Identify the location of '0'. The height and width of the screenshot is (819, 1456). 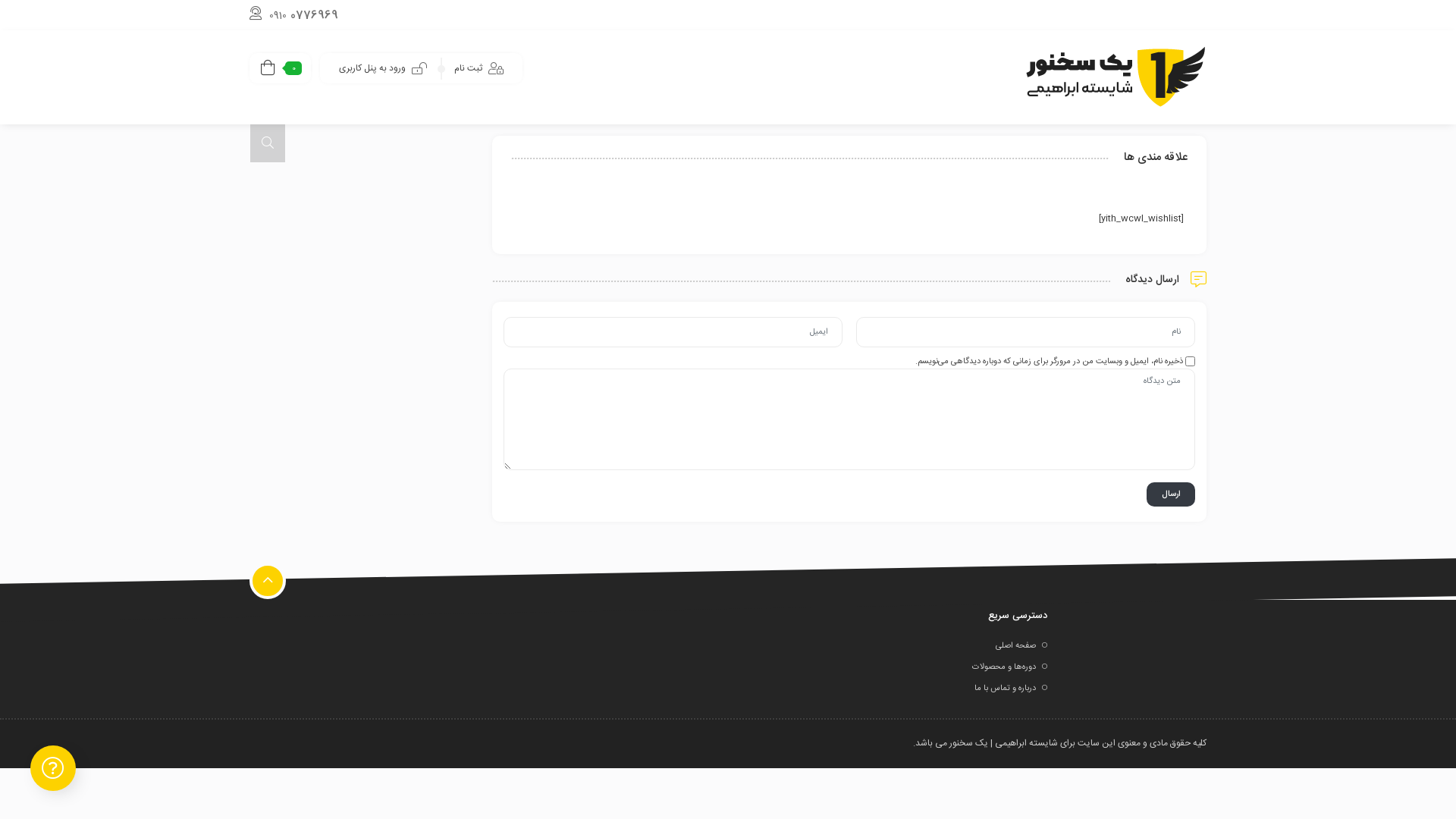
(280, 67).